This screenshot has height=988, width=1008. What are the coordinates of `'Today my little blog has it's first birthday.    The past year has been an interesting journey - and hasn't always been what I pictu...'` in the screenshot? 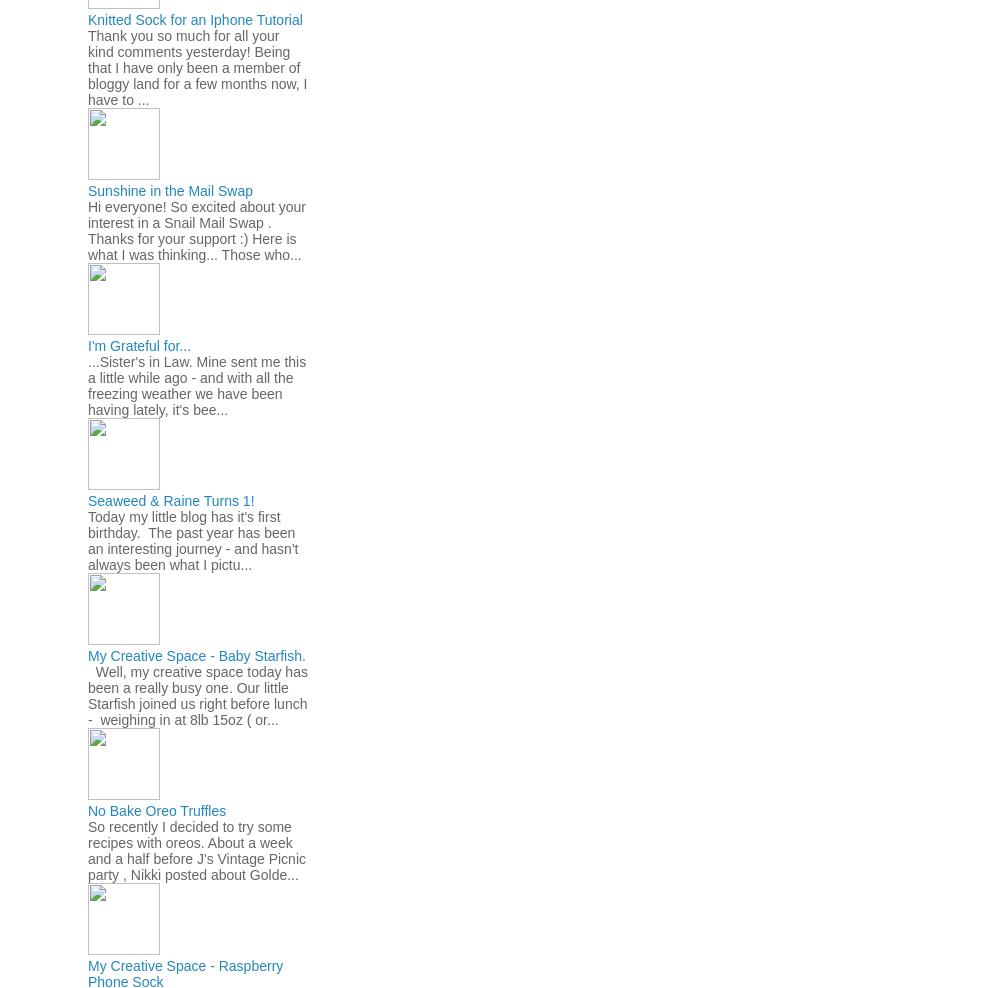 It's located at (193, 539).